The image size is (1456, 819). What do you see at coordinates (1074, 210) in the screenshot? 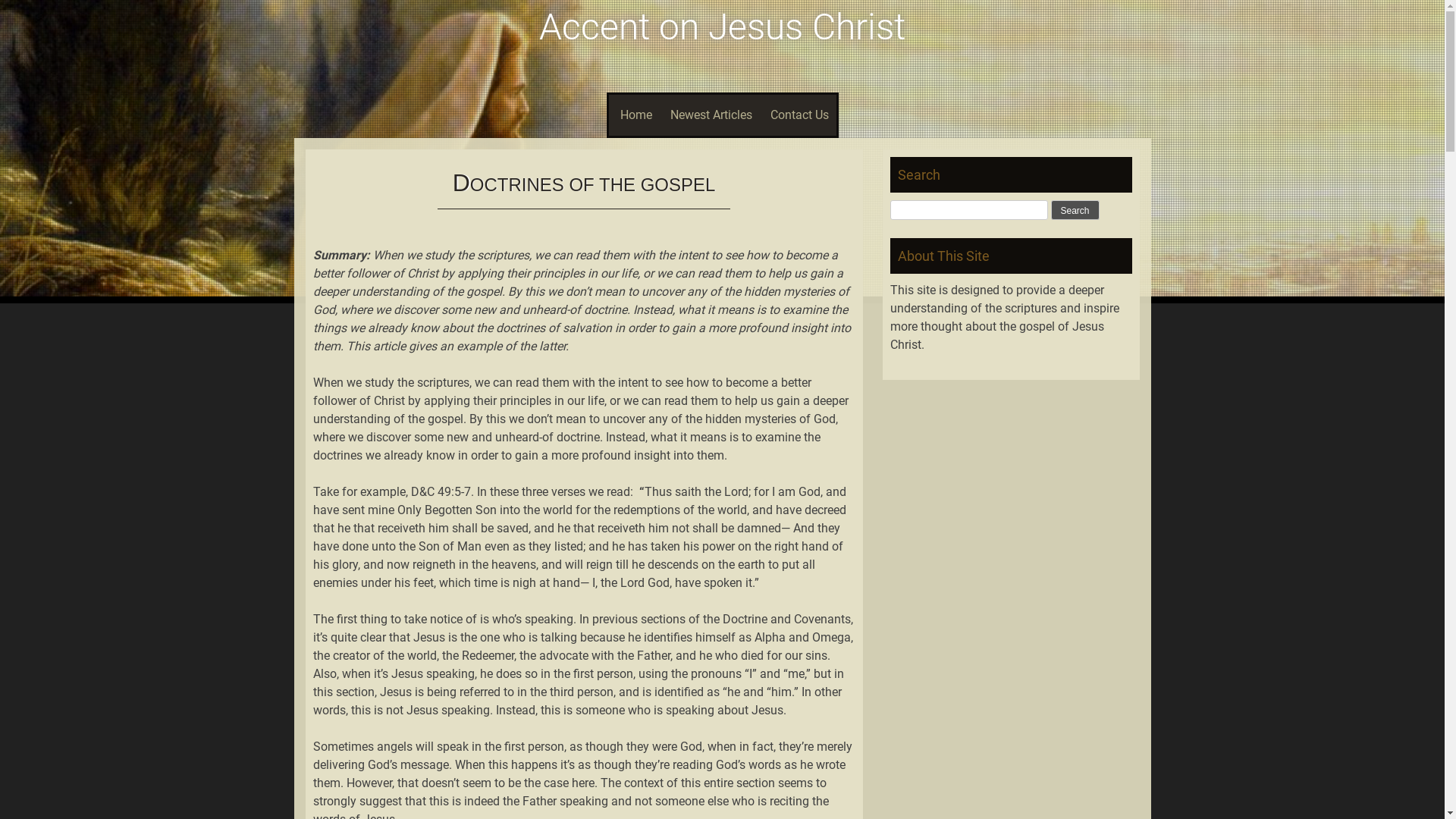
I see `'Search'` at bounding box center [1074, 210].